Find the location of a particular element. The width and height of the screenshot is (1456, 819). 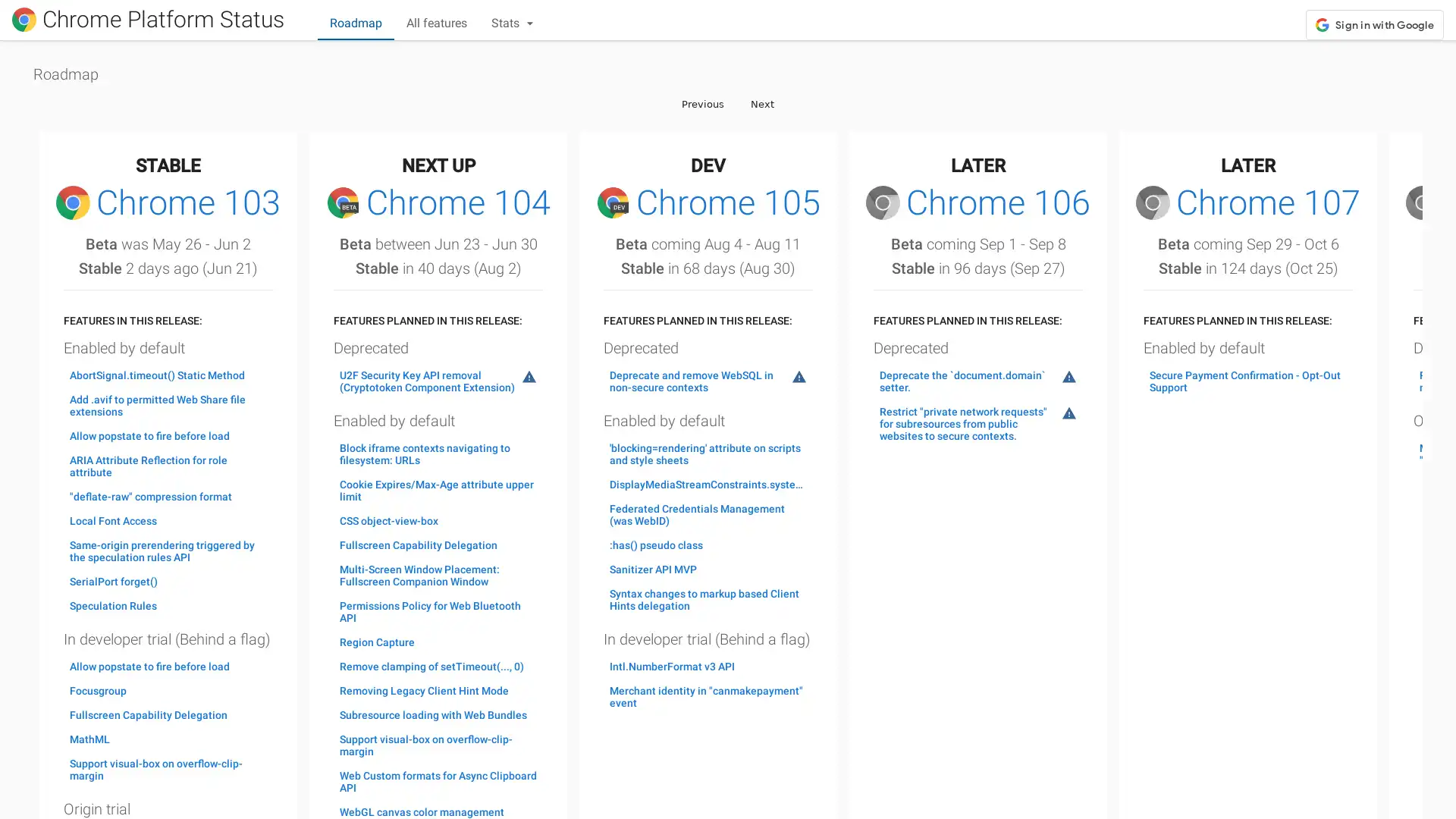

Button to move to previous release is located at coordinates (701, 102).